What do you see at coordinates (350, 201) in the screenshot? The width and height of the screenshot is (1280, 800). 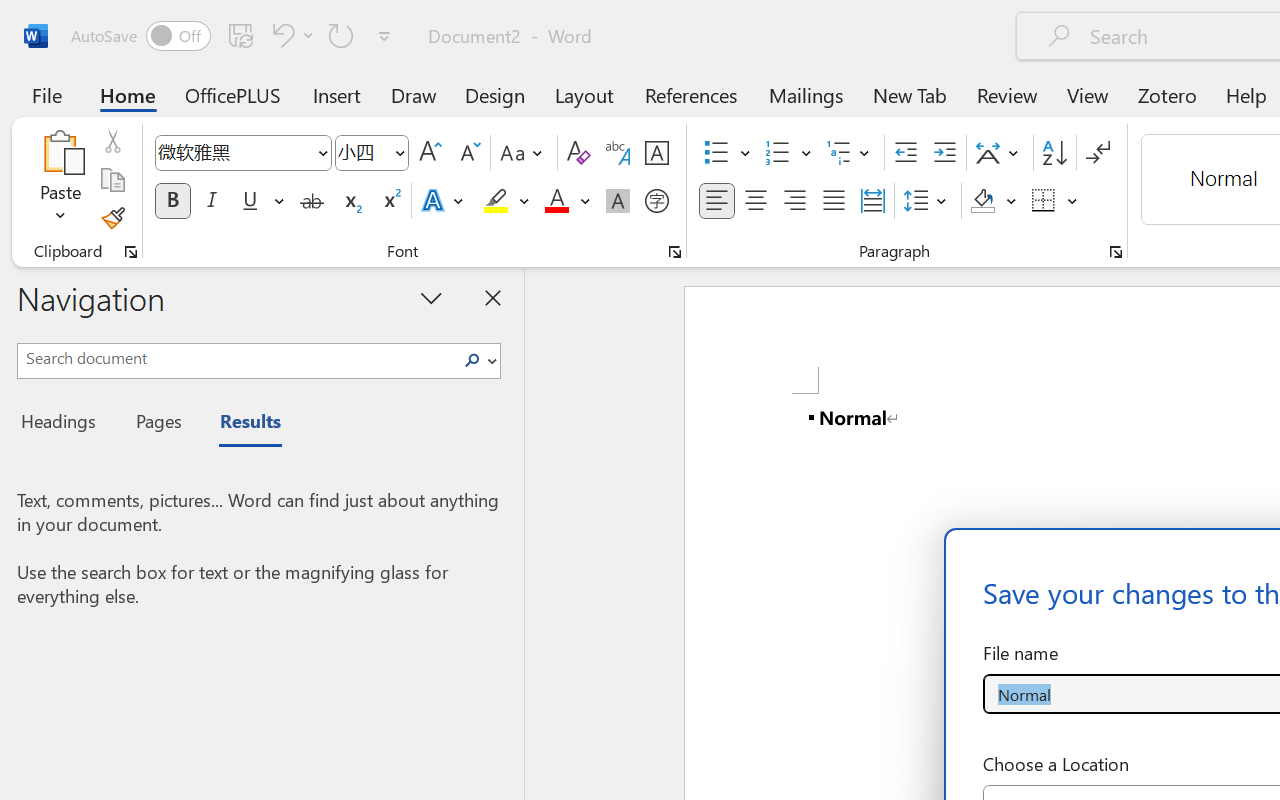 I see `'Subscript'` at bounding box center [350, 201].